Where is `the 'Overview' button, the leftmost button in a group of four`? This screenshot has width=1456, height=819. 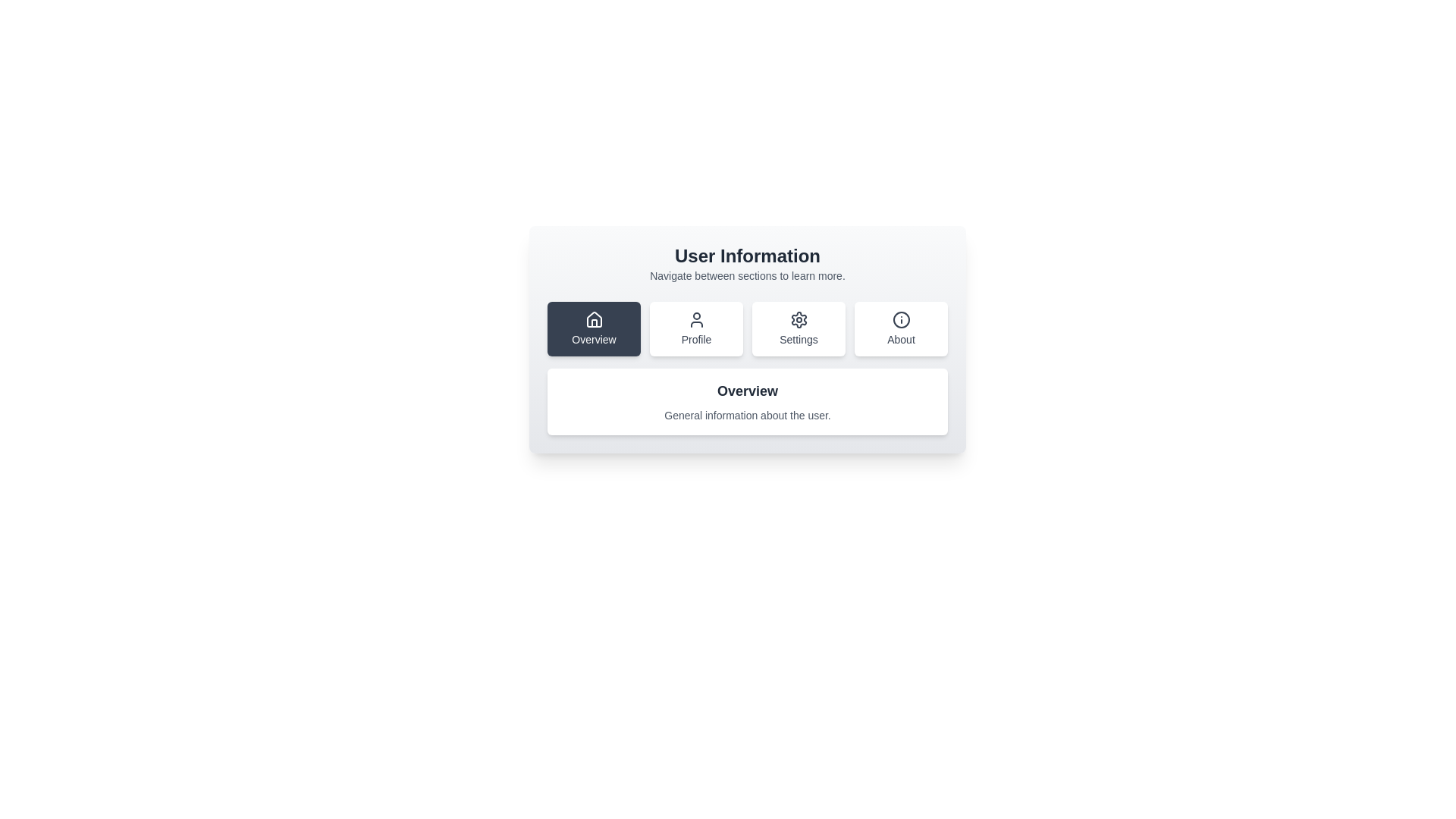
the 'Overview' button, the leftmost button in a group of four is located at coordinates (593, 328).